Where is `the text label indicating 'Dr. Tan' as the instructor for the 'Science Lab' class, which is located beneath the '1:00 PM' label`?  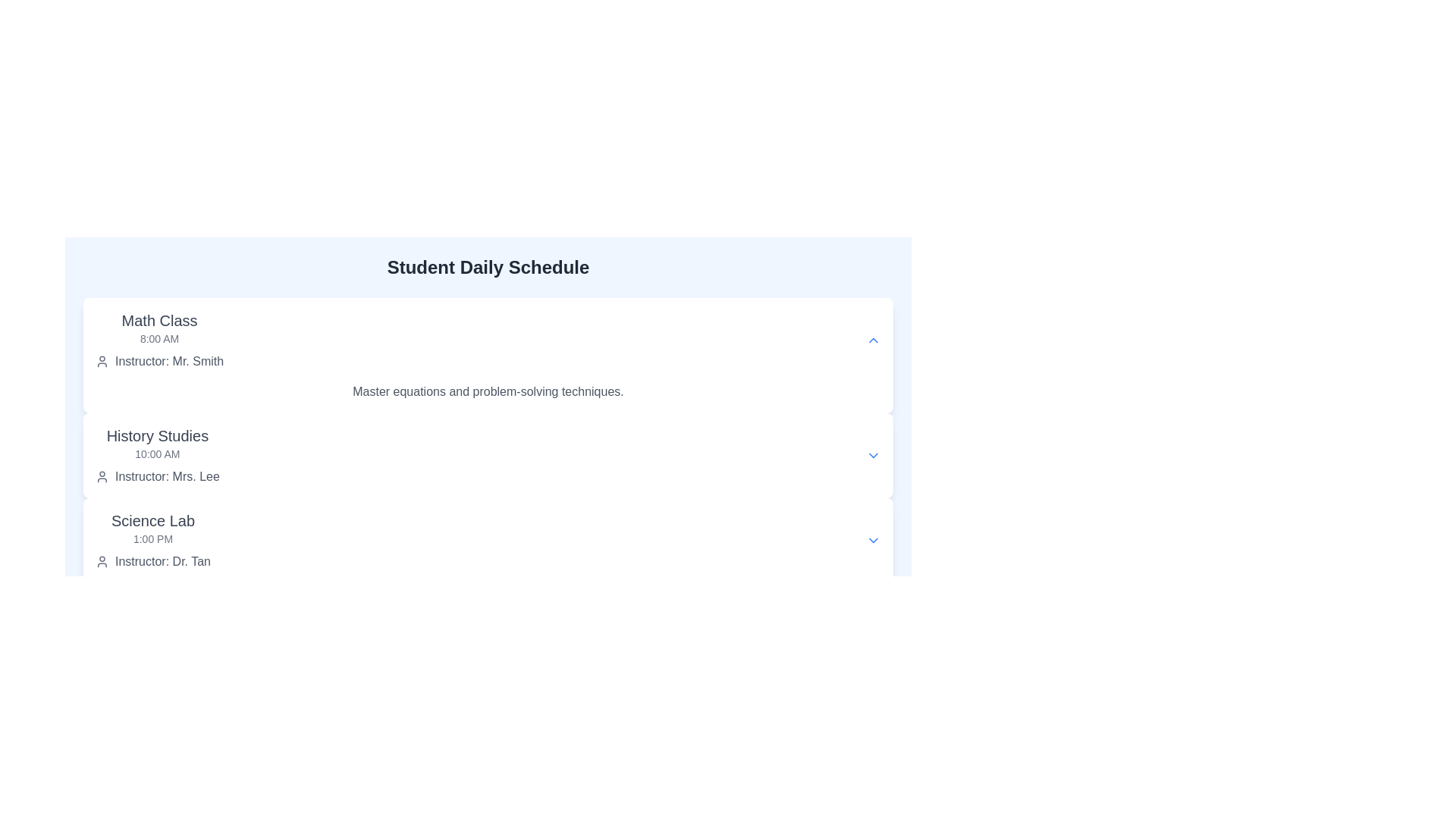 the text label indicating 'Dr. Tan' as the instructor for the 'Science Lab' class, which is located beneath the '1:00 PM' label is located at coordinates (152, 561).